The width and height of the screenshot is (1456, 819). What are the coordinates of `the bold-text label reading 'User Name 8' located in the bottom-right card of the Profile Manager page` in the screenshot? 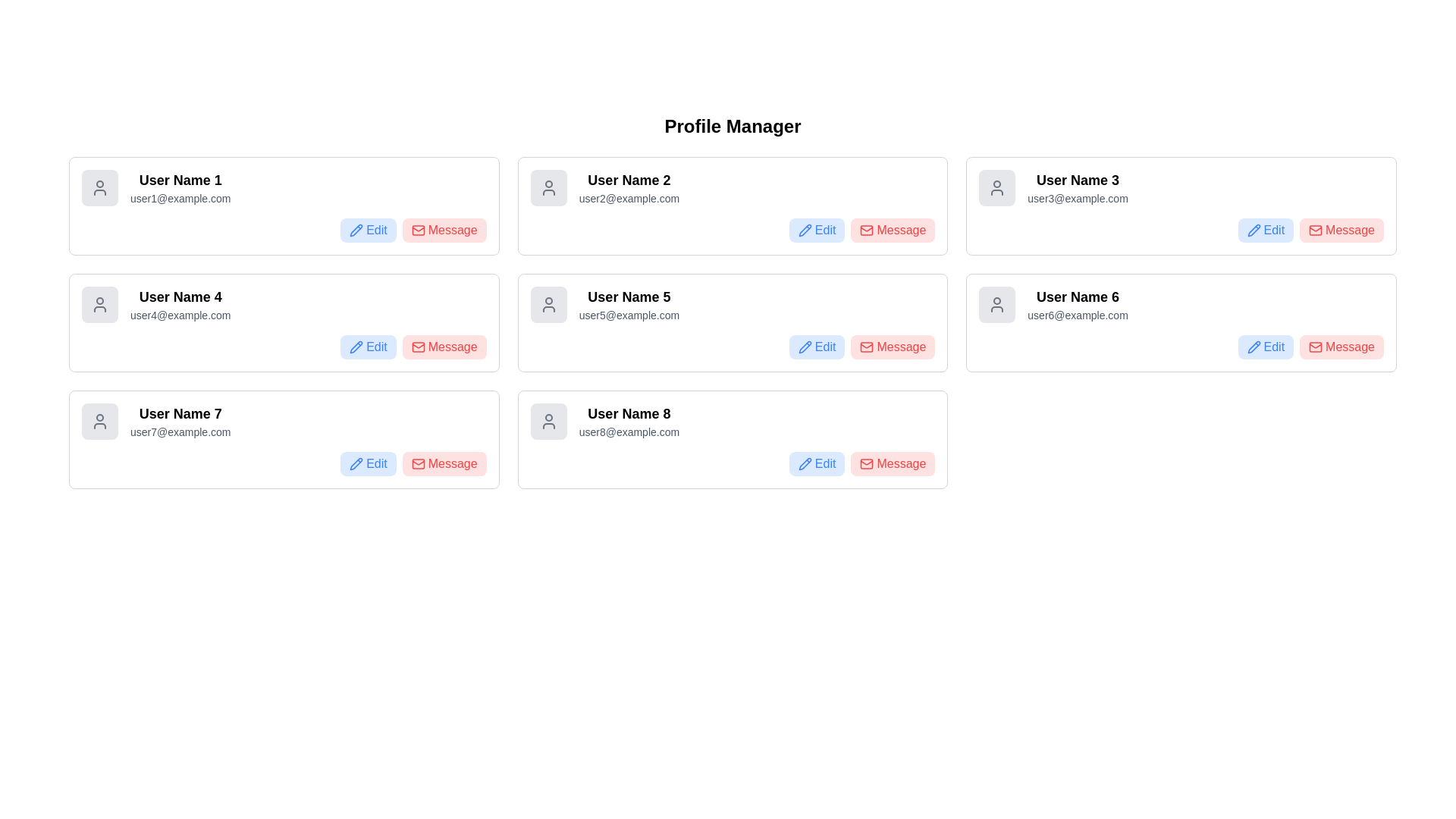 It's located at (629, 414).